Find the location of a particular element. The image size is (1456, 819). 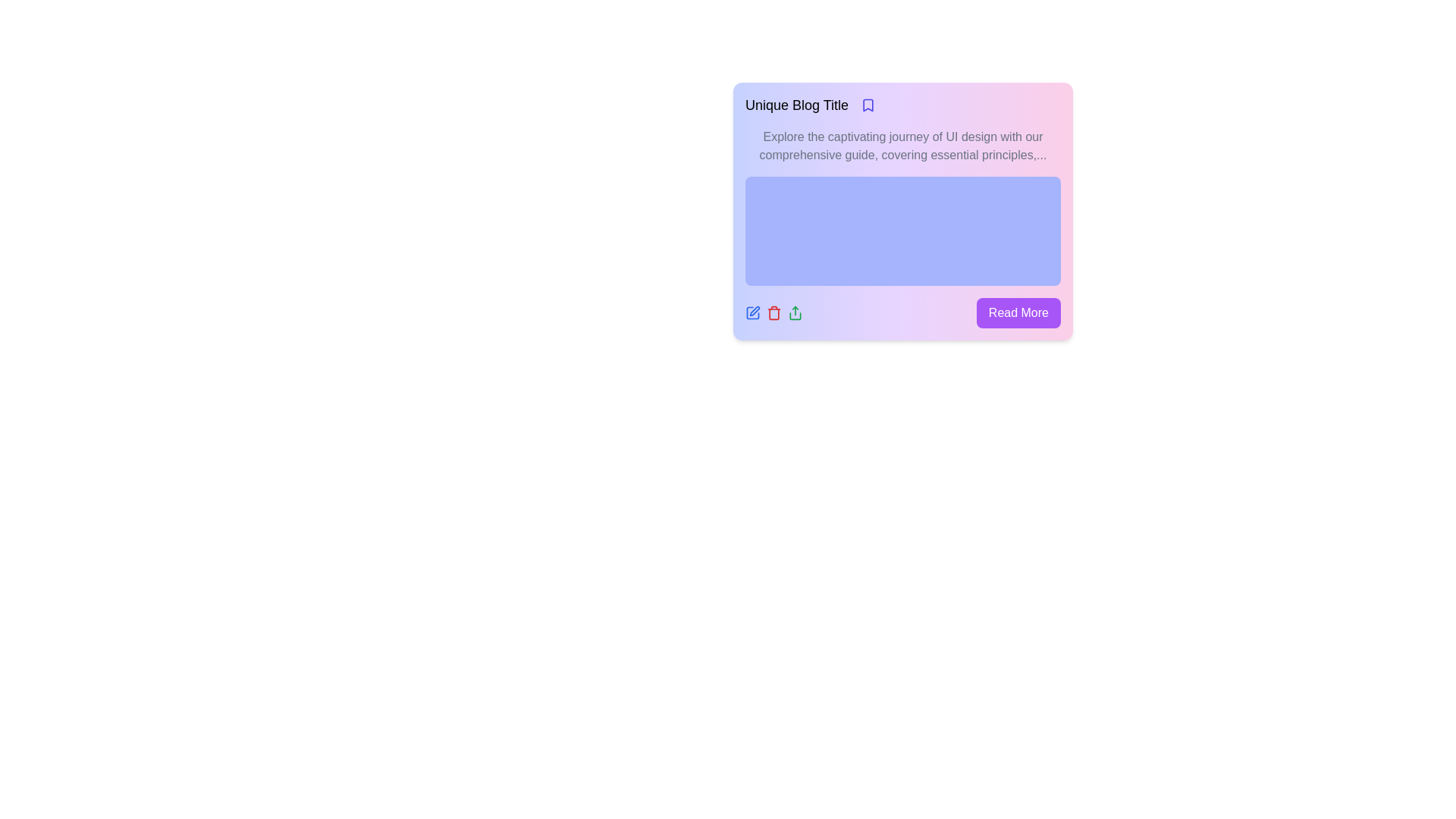

the trash can icon button, which is solid red and located in the bottom-left section of the card-like interface is located at coordinates (774, 312).